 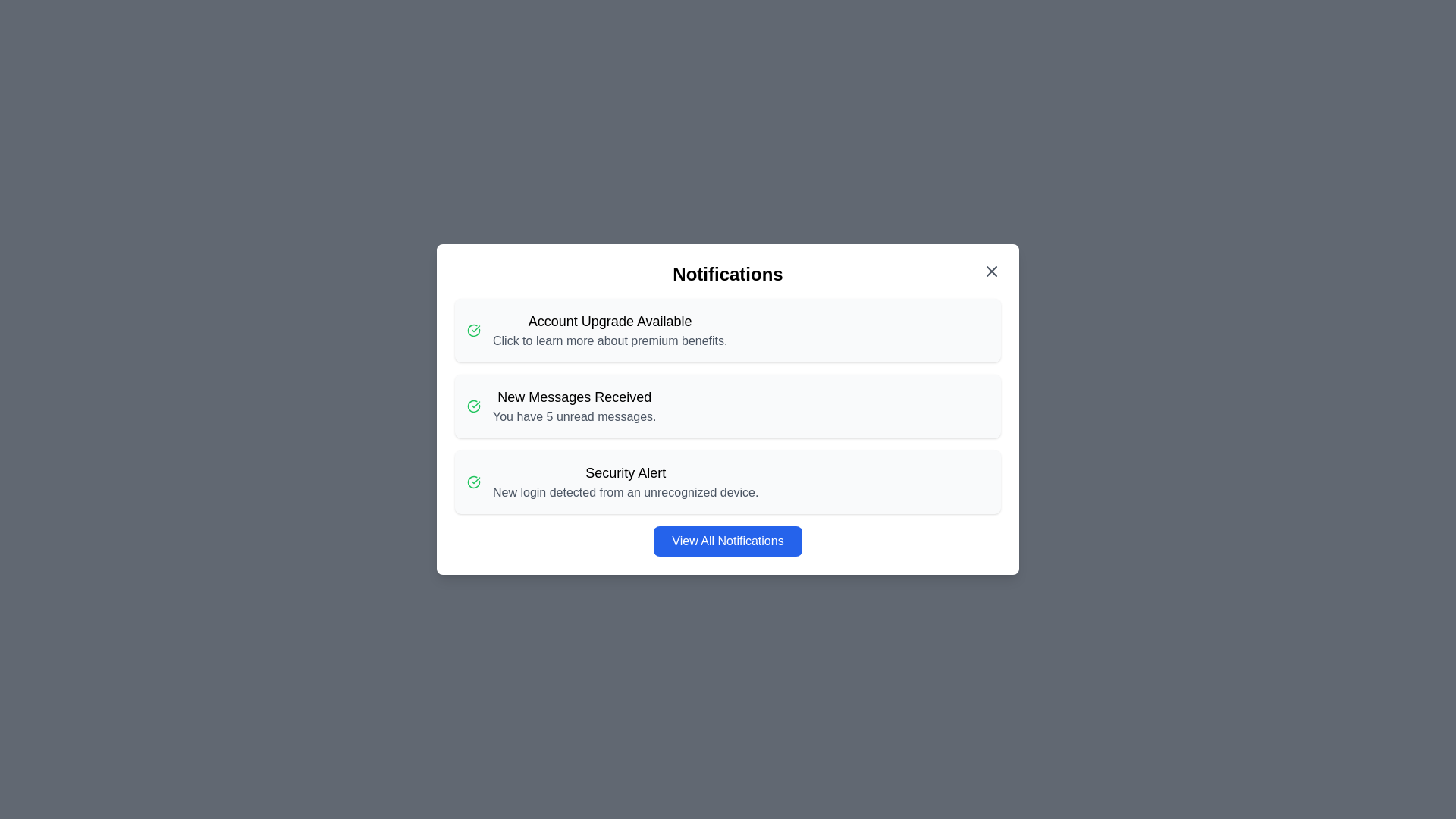 What do you see at coordinates (992, 271) in the screenshot?
I see `the close icon in the upper-right corner of the notification panel` at bounding box center [992, 271].